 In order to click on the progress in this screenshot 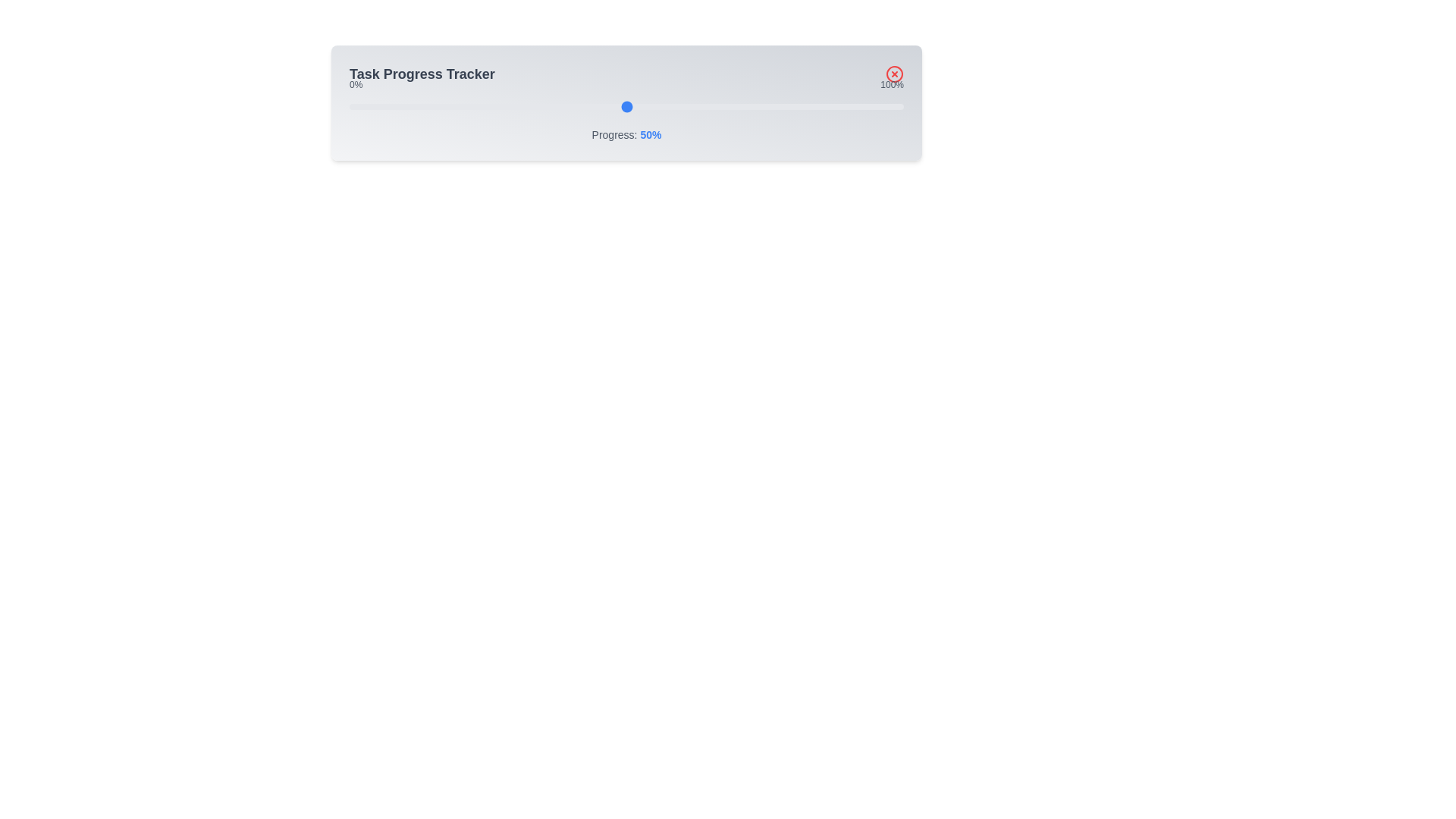, I will do `click(437, 106)`.